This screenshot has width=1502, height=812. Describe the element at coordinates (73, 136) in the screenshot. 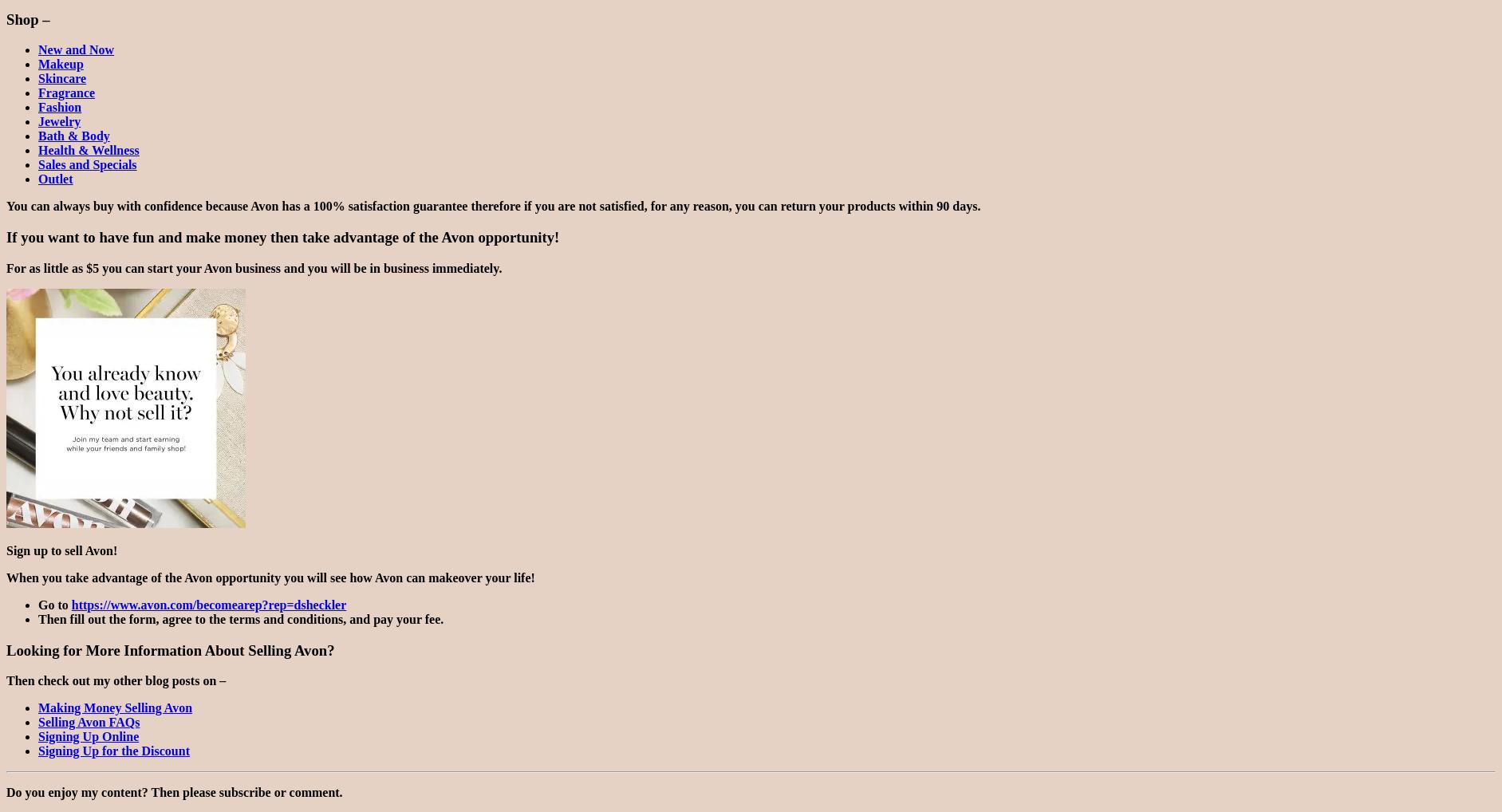

I see `'Bath & Body'` at that location.